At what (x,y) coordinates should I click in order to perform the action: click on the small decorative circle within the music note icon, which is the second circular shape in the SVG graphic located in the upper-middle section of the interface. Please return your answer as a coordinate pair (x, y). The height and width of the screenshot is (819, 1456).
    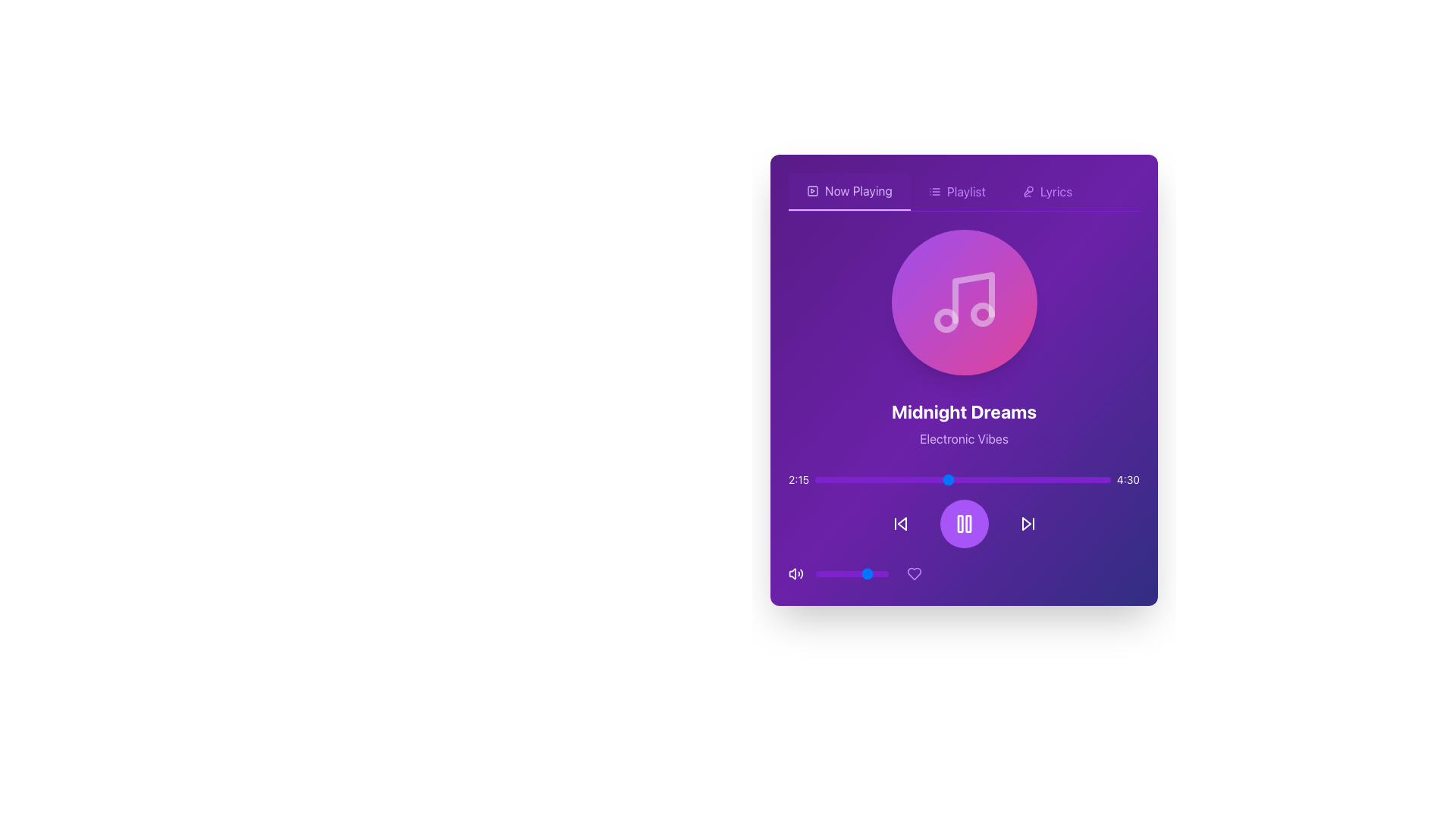
    Looking at the image, I should click on (982, 314).